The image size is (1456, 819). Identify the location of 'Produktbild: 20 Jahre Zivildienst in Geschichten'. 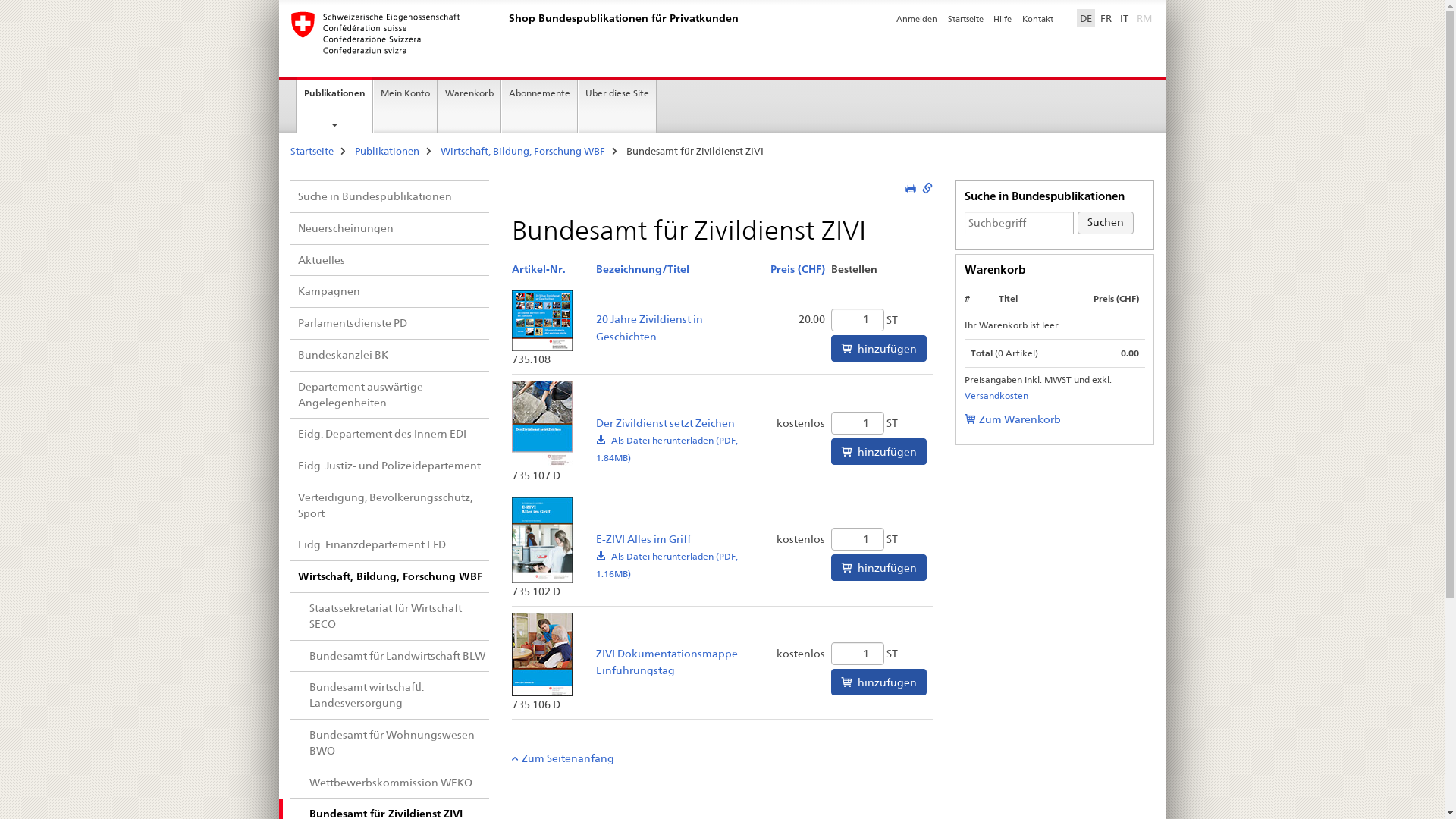
(512, 320).